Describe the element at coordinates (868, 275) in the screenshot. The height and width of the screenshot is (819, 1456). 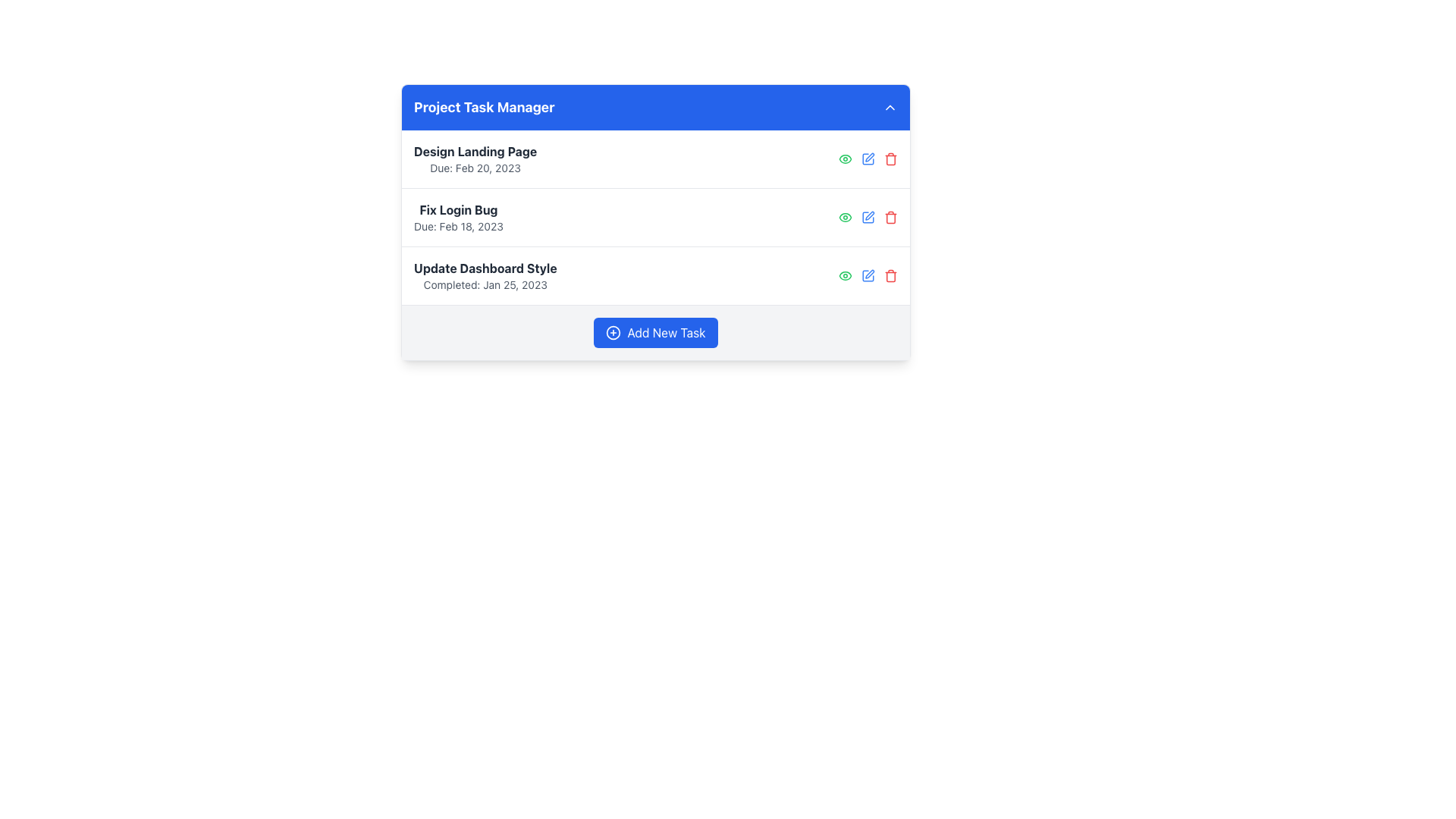
I see `the edit button for the task item 'Update Dashboard Style'` at that location.